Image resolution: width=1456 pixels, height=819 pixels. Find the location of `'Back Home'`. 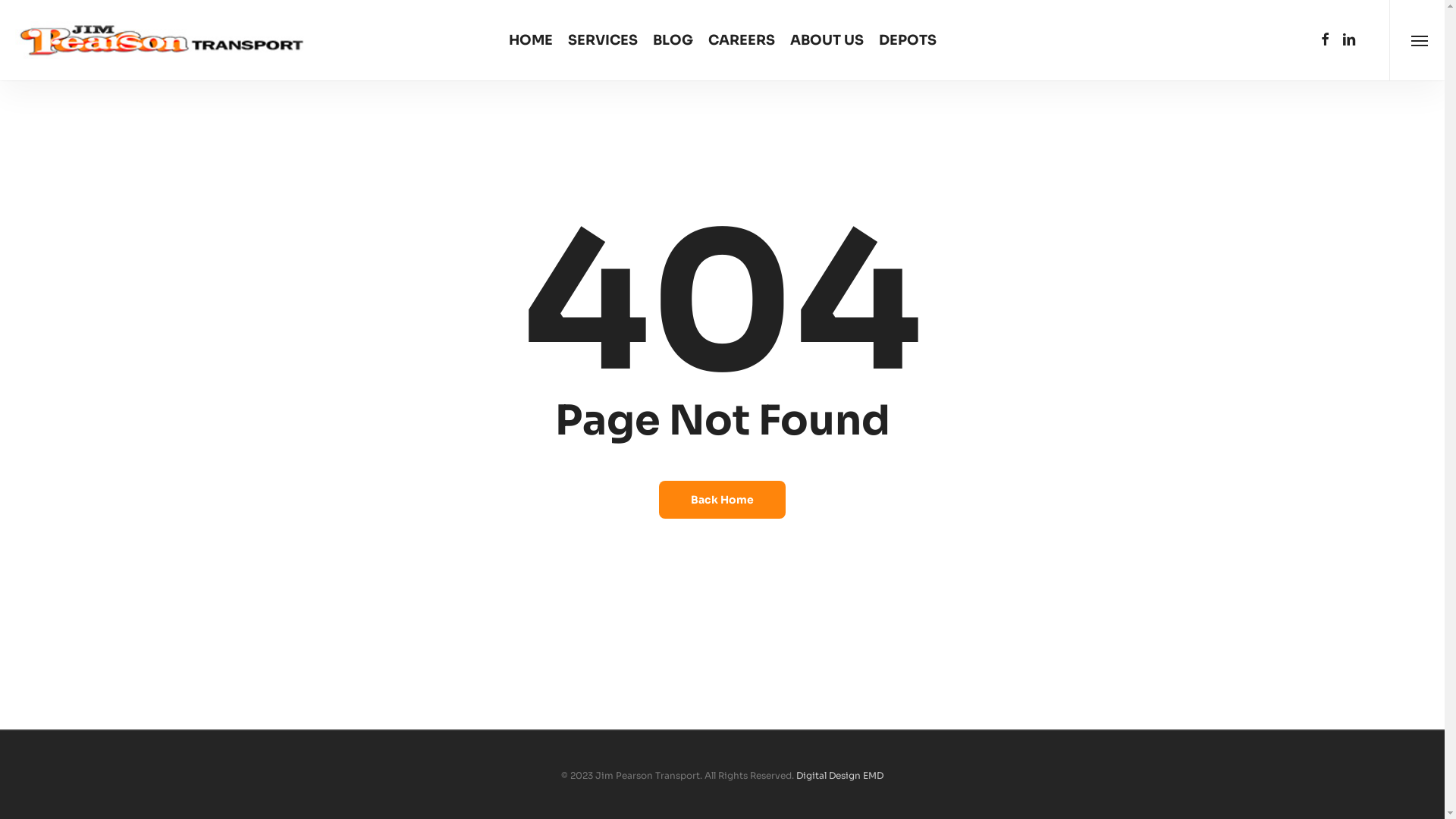

'Back Home' is located at coordinates (721, 500).